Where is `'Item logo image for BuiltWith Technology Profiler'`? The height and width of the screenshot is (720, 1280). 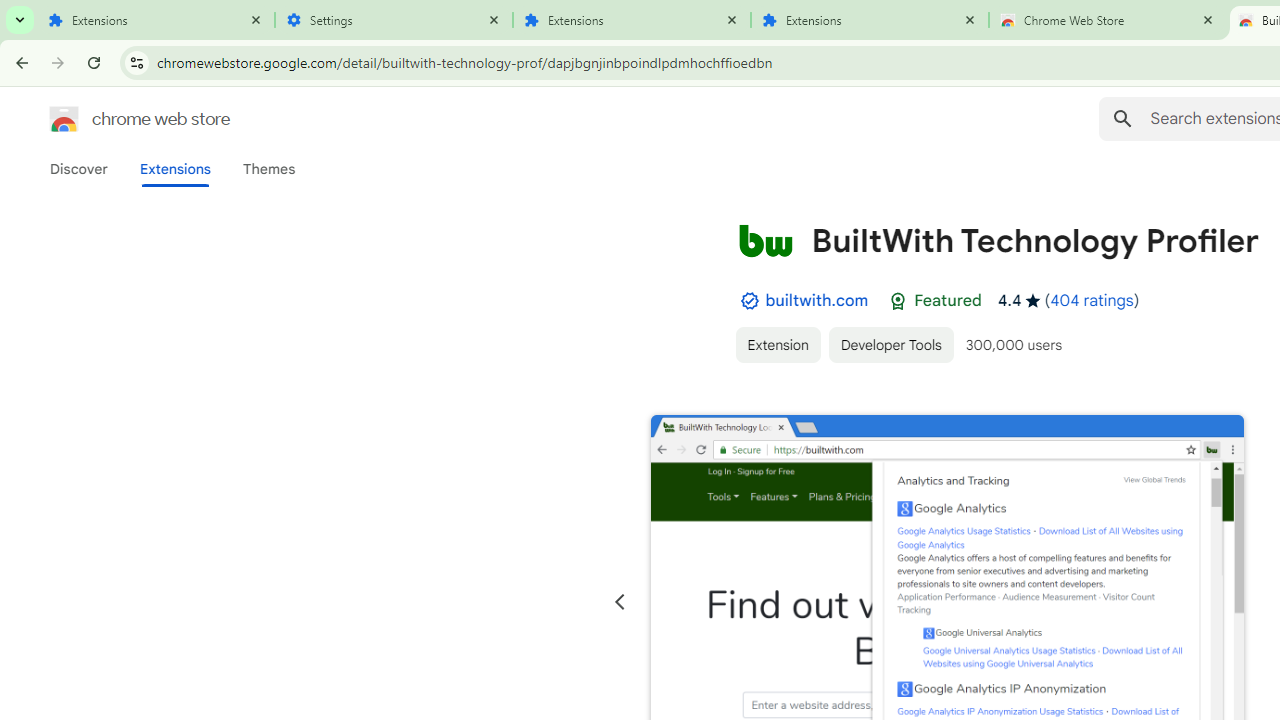 'Item logo image for BuiltWith Technology Profiler' is located at coordinates (764, 239).